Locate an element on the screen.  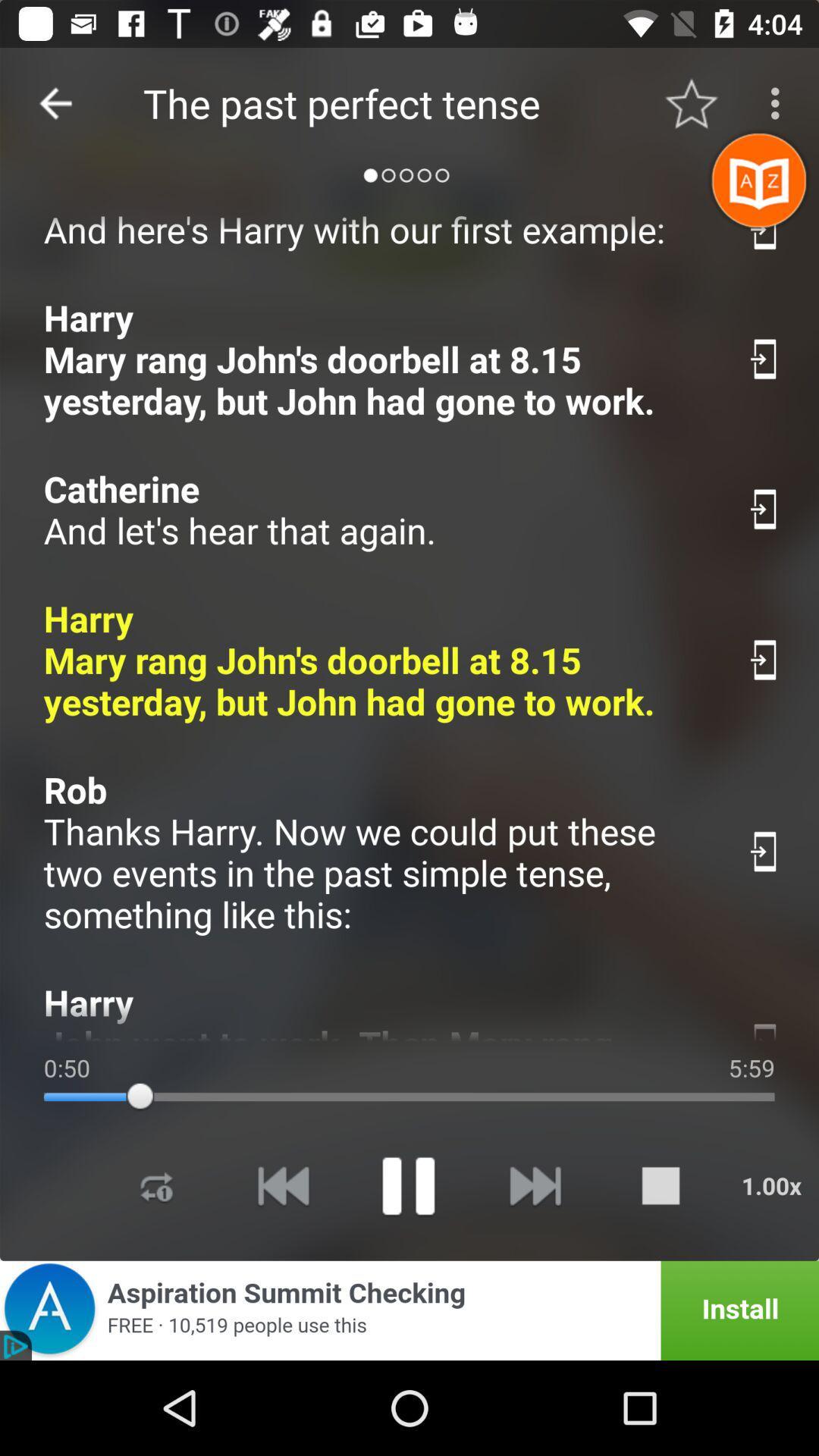
next option is located at coordinates (534, 1185).